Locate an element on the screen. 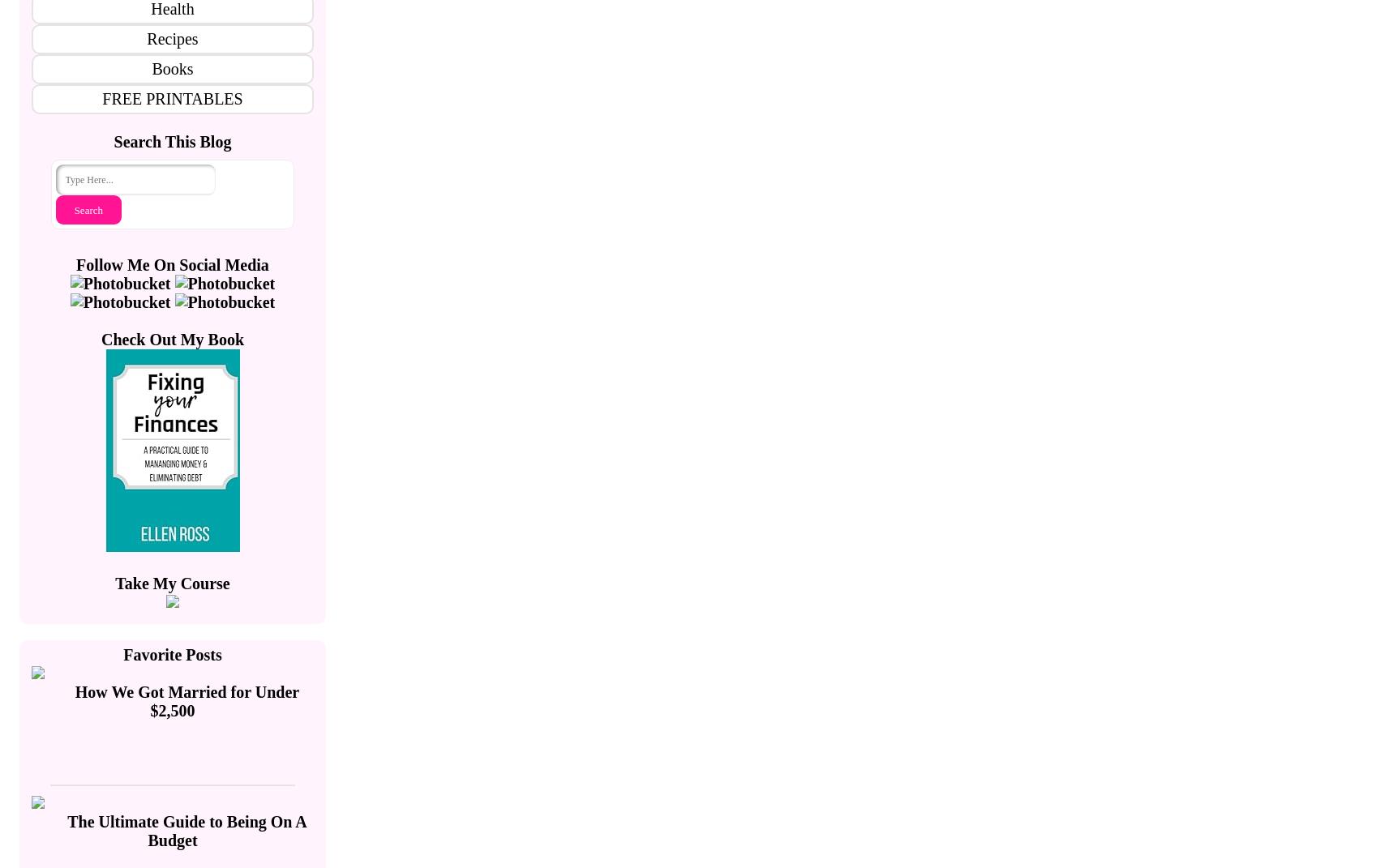 Image resolution: width=1385 pixels, height=868 pixels. 'Search This Blog' is located at coordinates (172, 141).